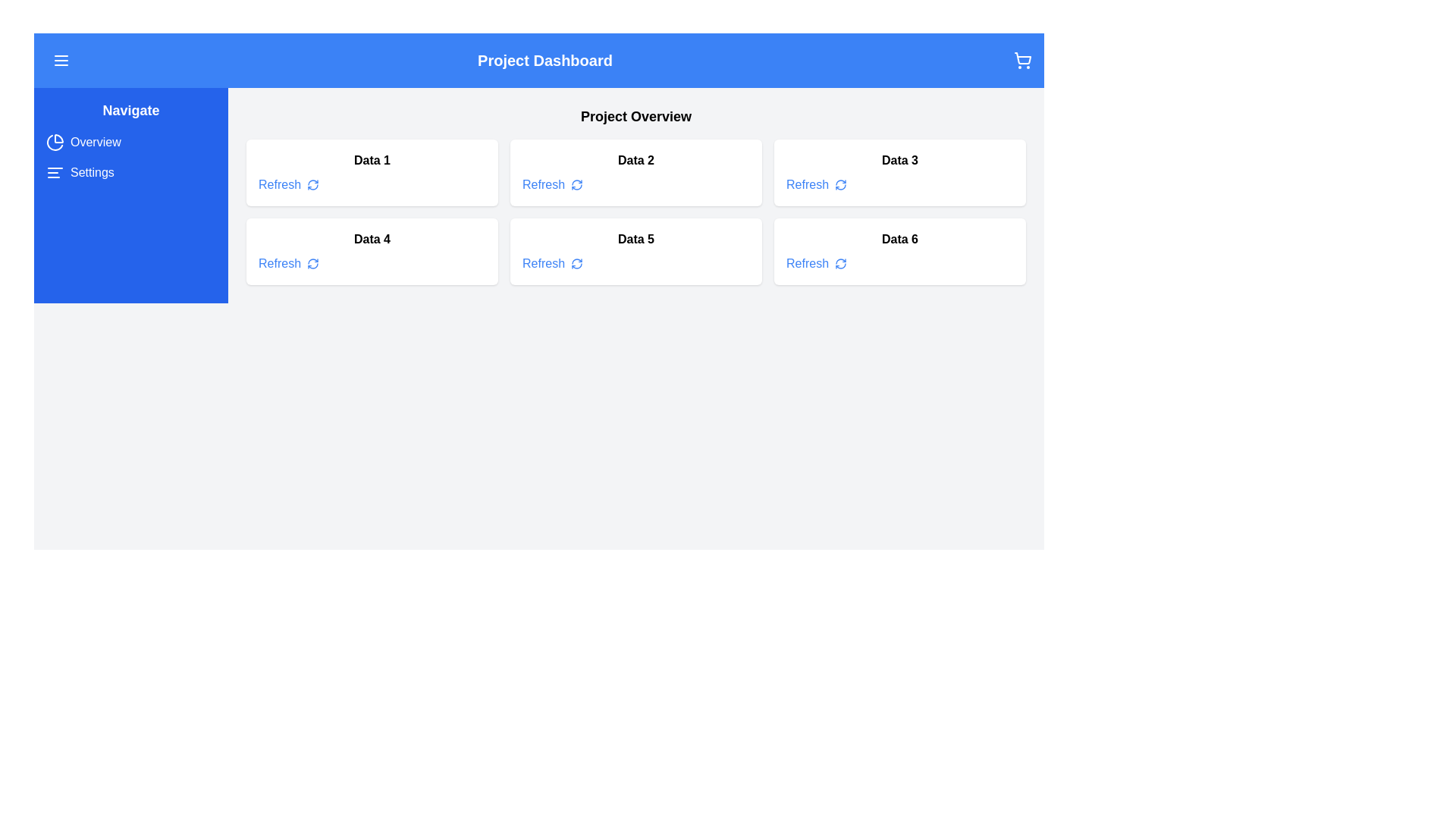 Image resolution: width=1456 pixels, height=819 pixels. What do you see at coordinates (899, 161) in the screenshot?
I see `the bold text label displaying 'Data 3' located in the third card of the top row under the 'Project Overview' section` at bounding box center [899, 161].